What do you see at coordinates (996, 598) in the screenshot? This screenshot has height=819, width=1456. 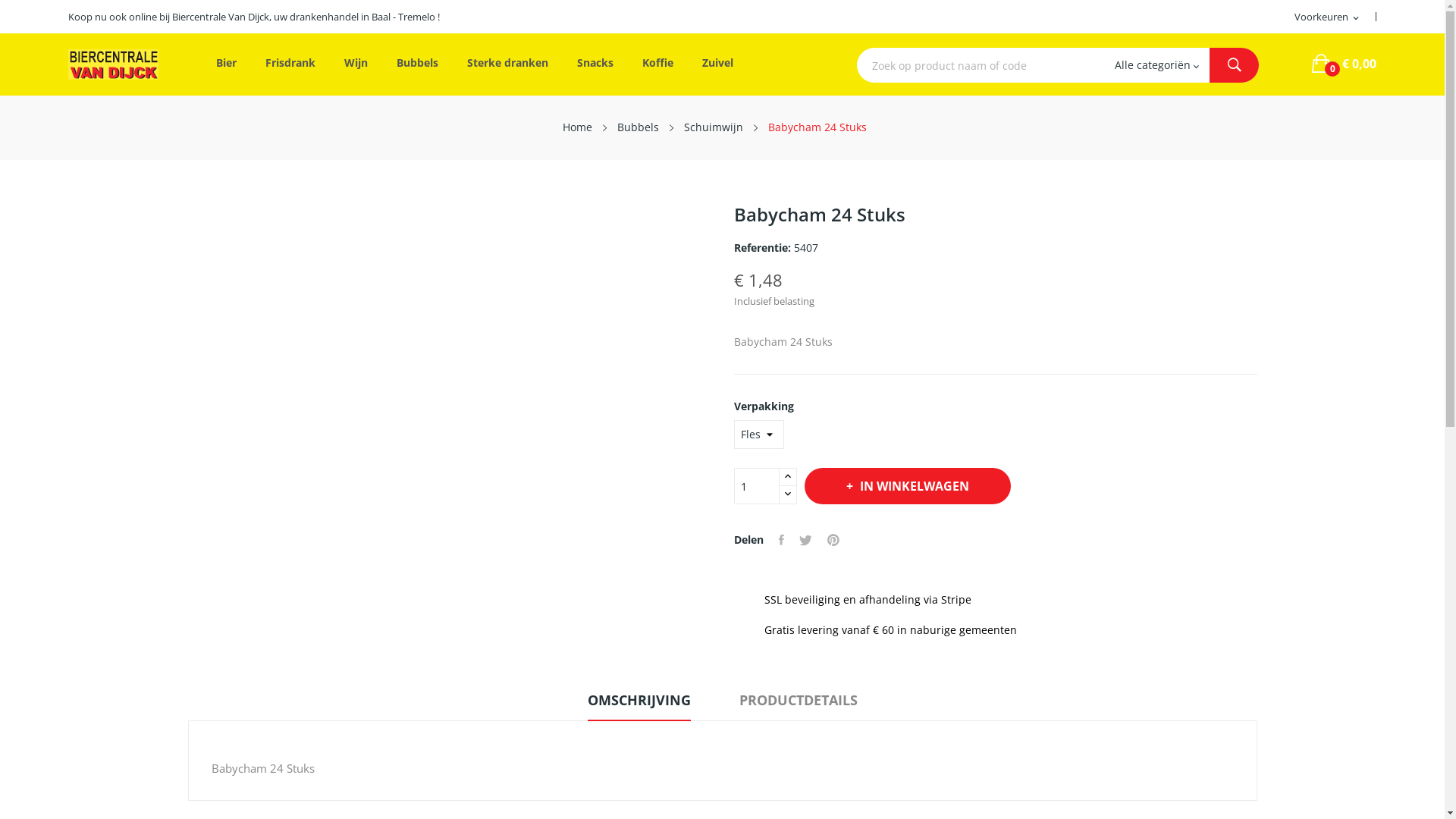 I see `'  SSL beveiliging en afhandeling via Stripe'` at bounding box center [996, 598].